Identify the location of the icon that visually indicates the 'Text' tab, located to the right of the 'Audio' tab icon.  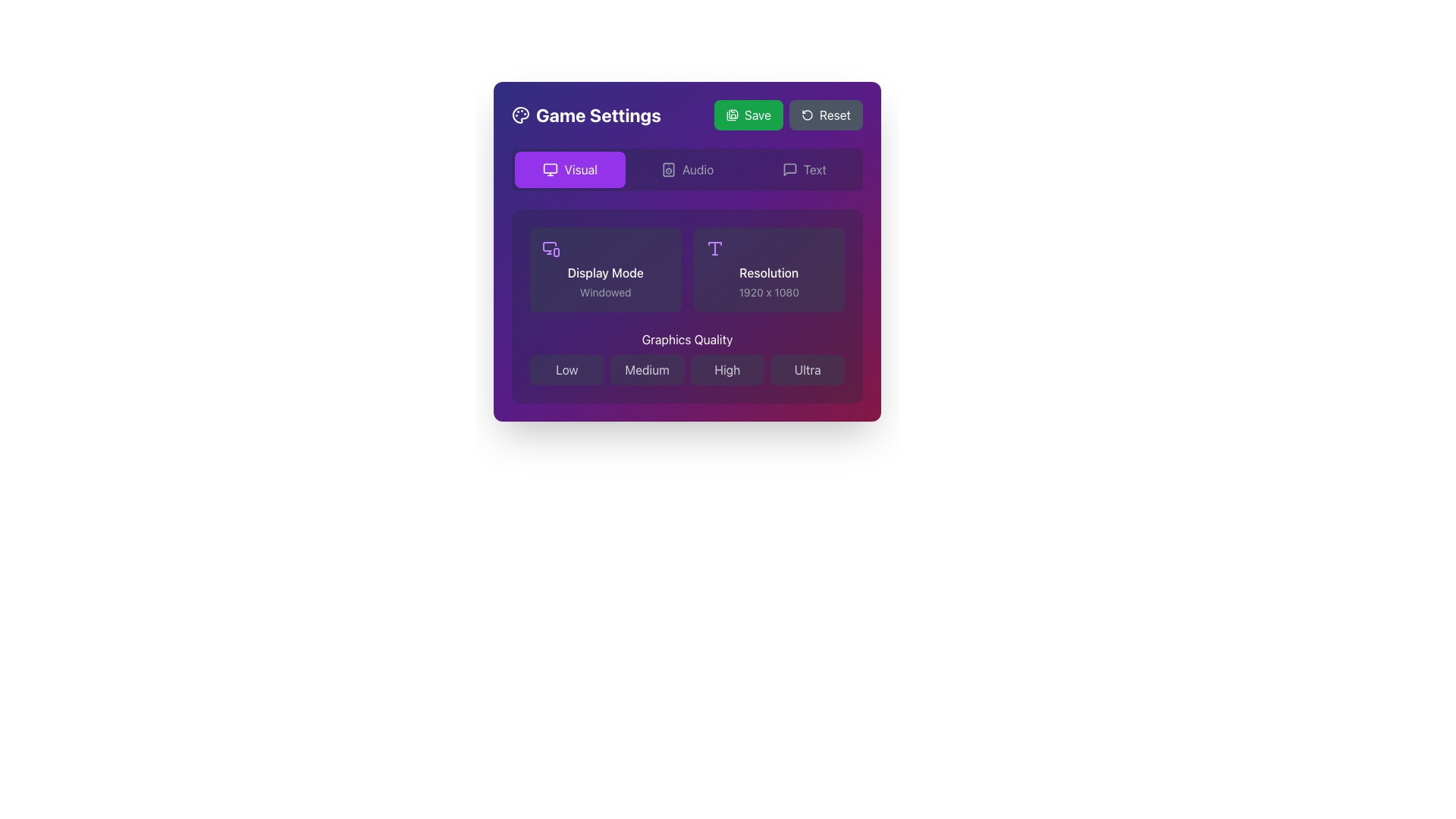
(789, 169).